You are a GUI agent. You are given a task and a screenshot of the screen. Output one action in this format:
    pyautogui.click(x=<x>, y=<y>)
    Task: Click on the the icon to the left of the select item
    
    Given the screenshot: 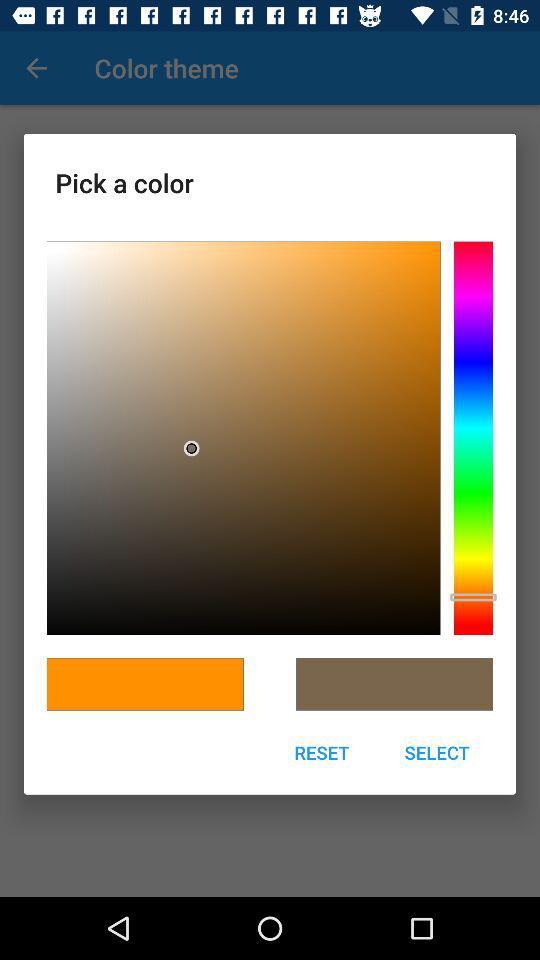 What is the action you would take?
    pyautogui.click(x=321, y=751)
    